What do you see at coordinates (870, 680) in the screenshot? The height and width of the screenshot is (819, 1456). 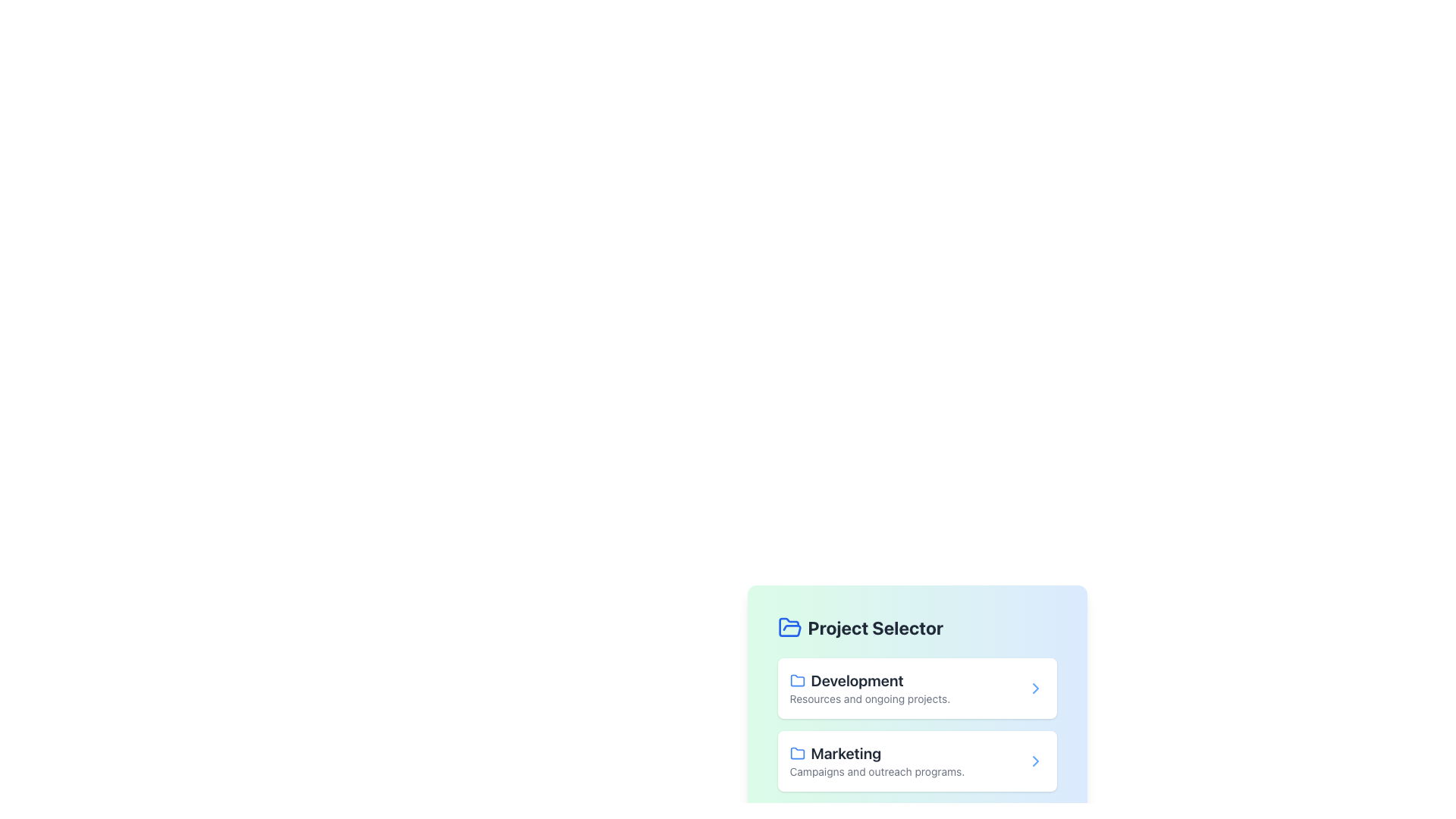 I see `text content of the 'Development' section header, which serves as a navigational guide for resources and projects` at bounding box center [870, 680].